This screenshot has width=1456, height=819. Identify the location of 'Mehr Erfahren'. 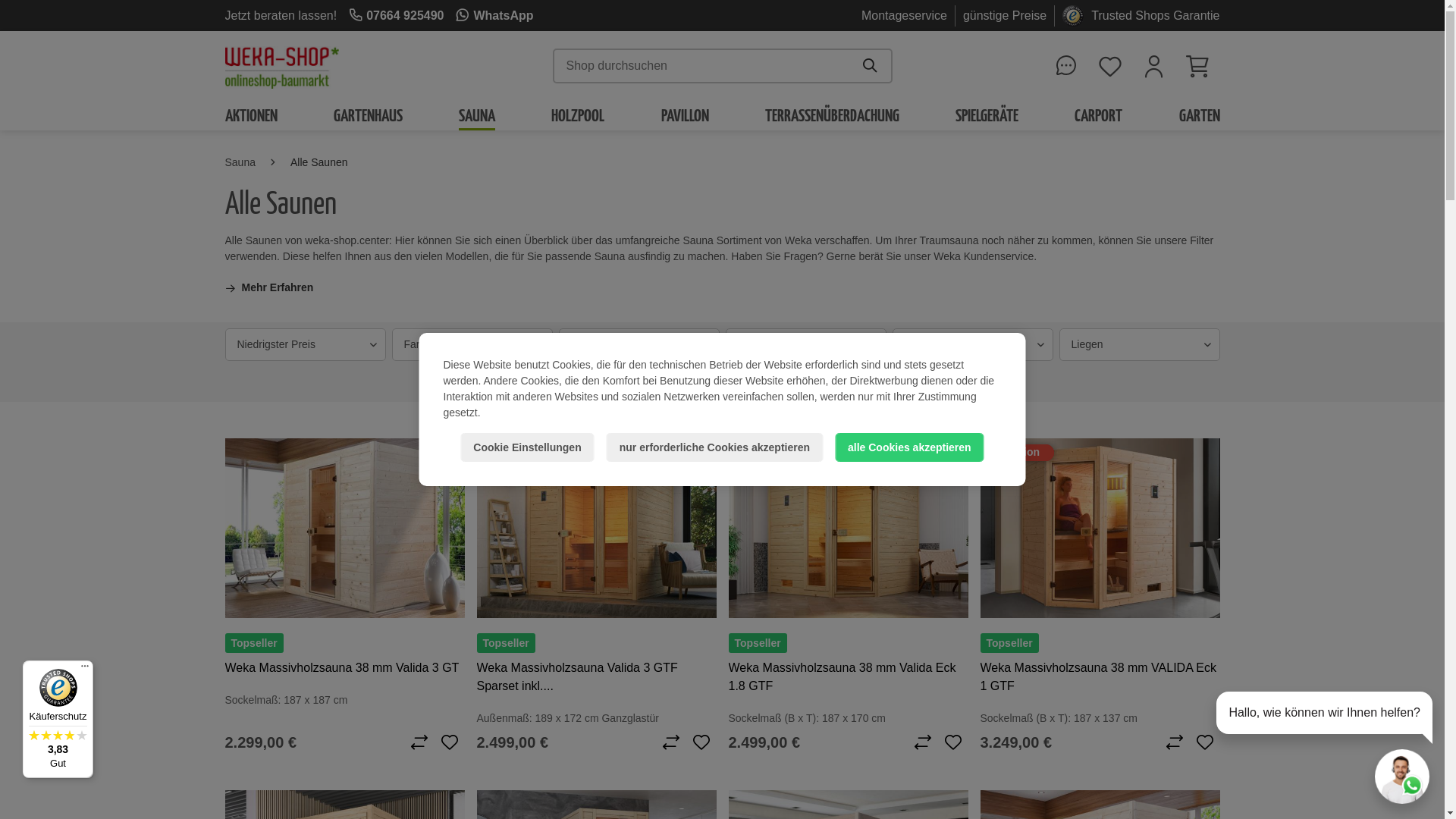
(268, 287).